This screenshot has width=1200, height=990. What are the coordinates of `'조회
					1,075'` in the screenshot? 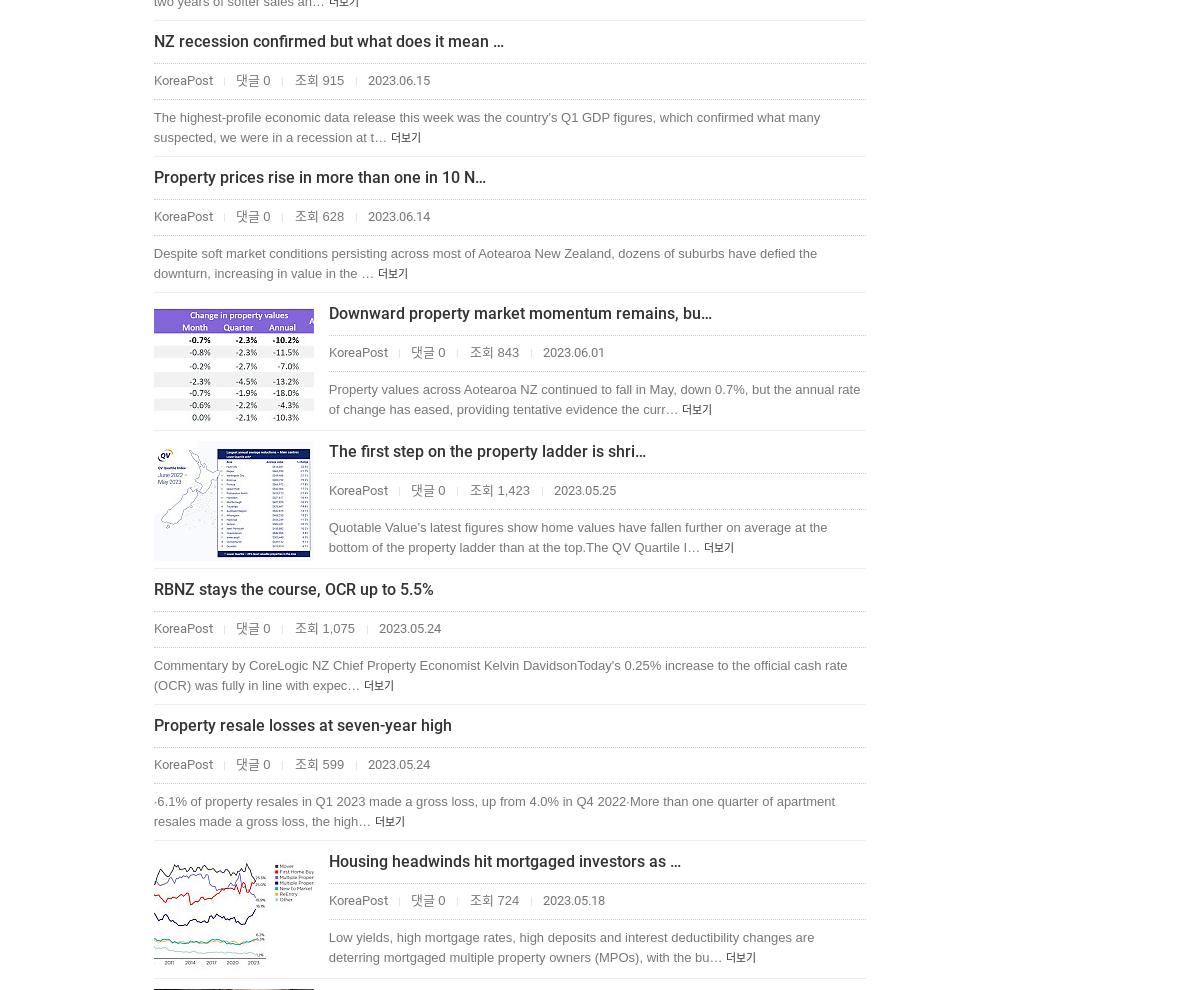 It's located at (290, 627).